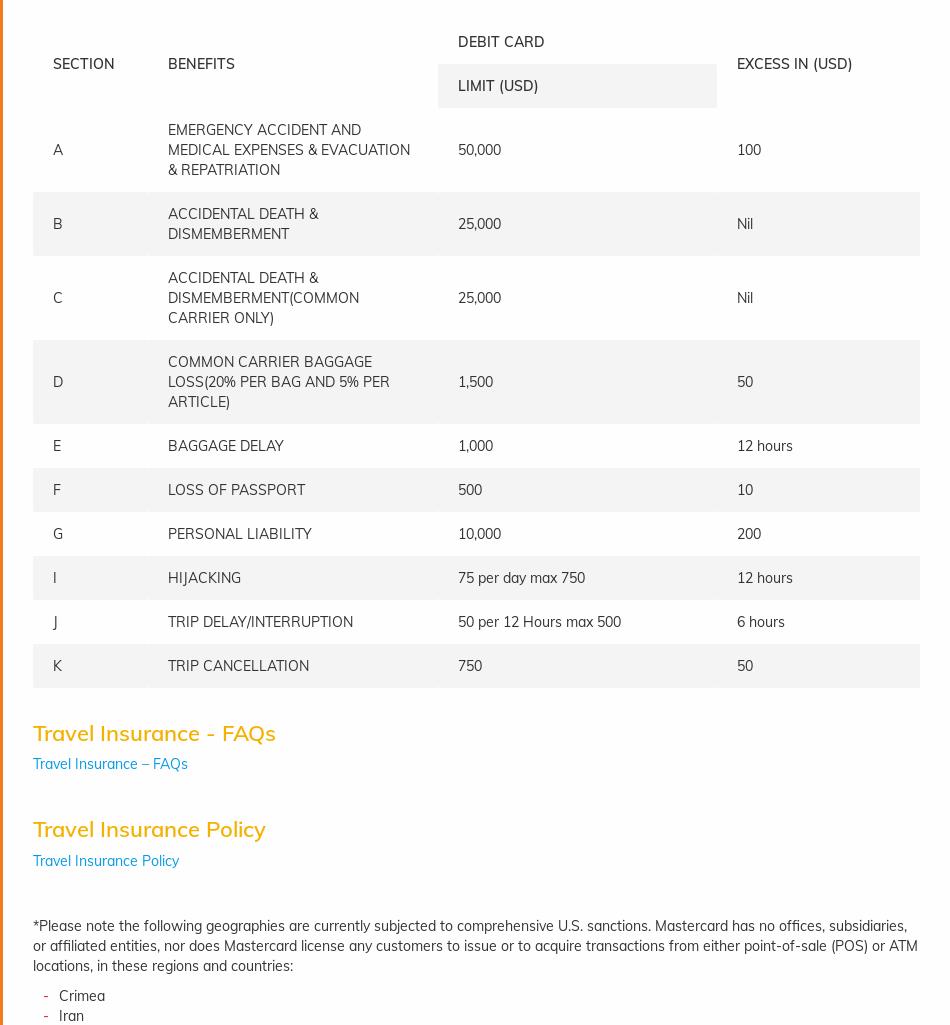  What do you see at coordinates (736, 148) in the screenshot?
I see `'100'` at bounding box center [736, 148].